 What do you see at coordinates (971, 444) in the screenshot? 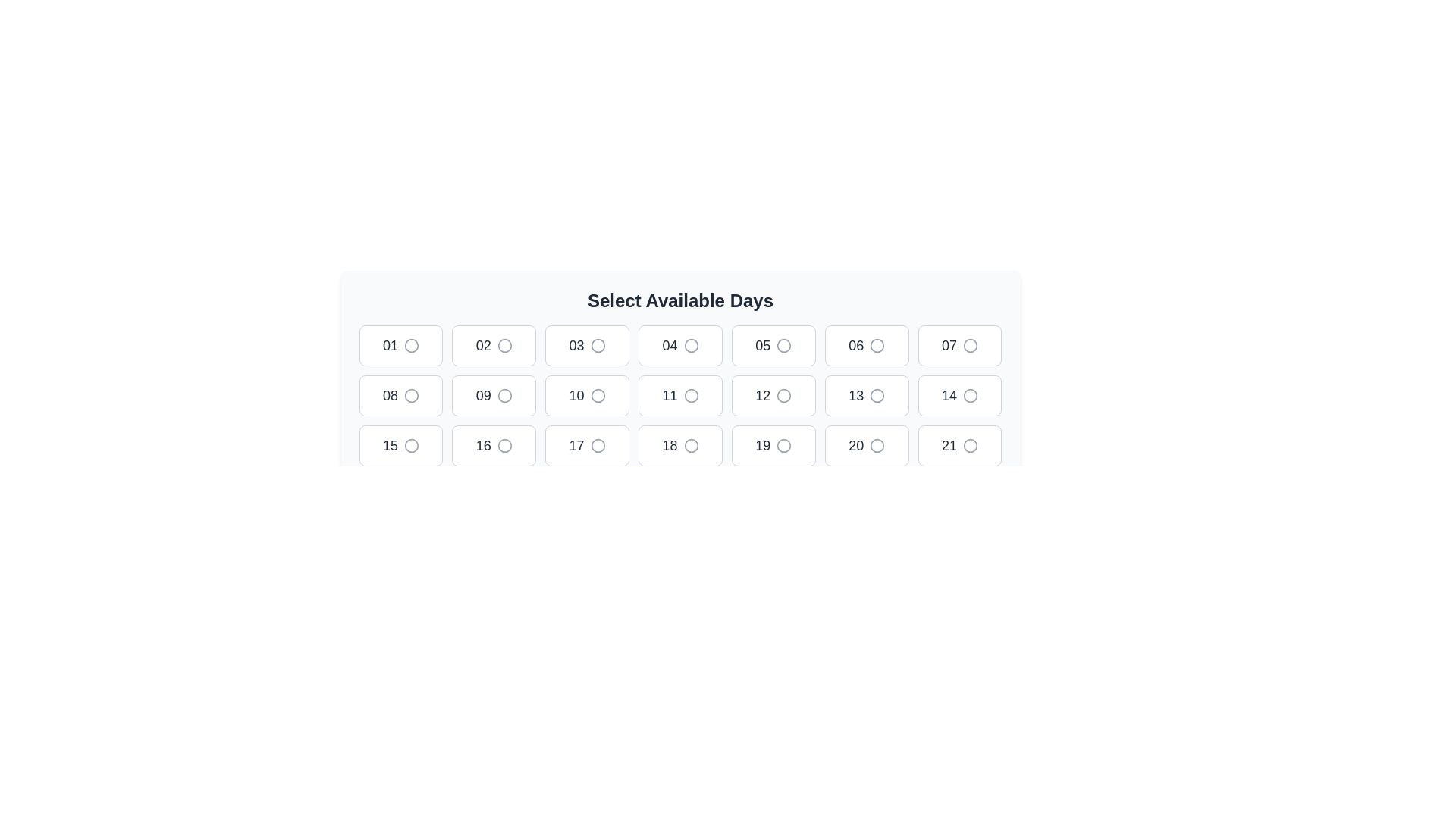
I see `the gray circular icon located to the right of the number '21' in the 5th row and 7th column of the grid layout` at bounding box center [971, 444].